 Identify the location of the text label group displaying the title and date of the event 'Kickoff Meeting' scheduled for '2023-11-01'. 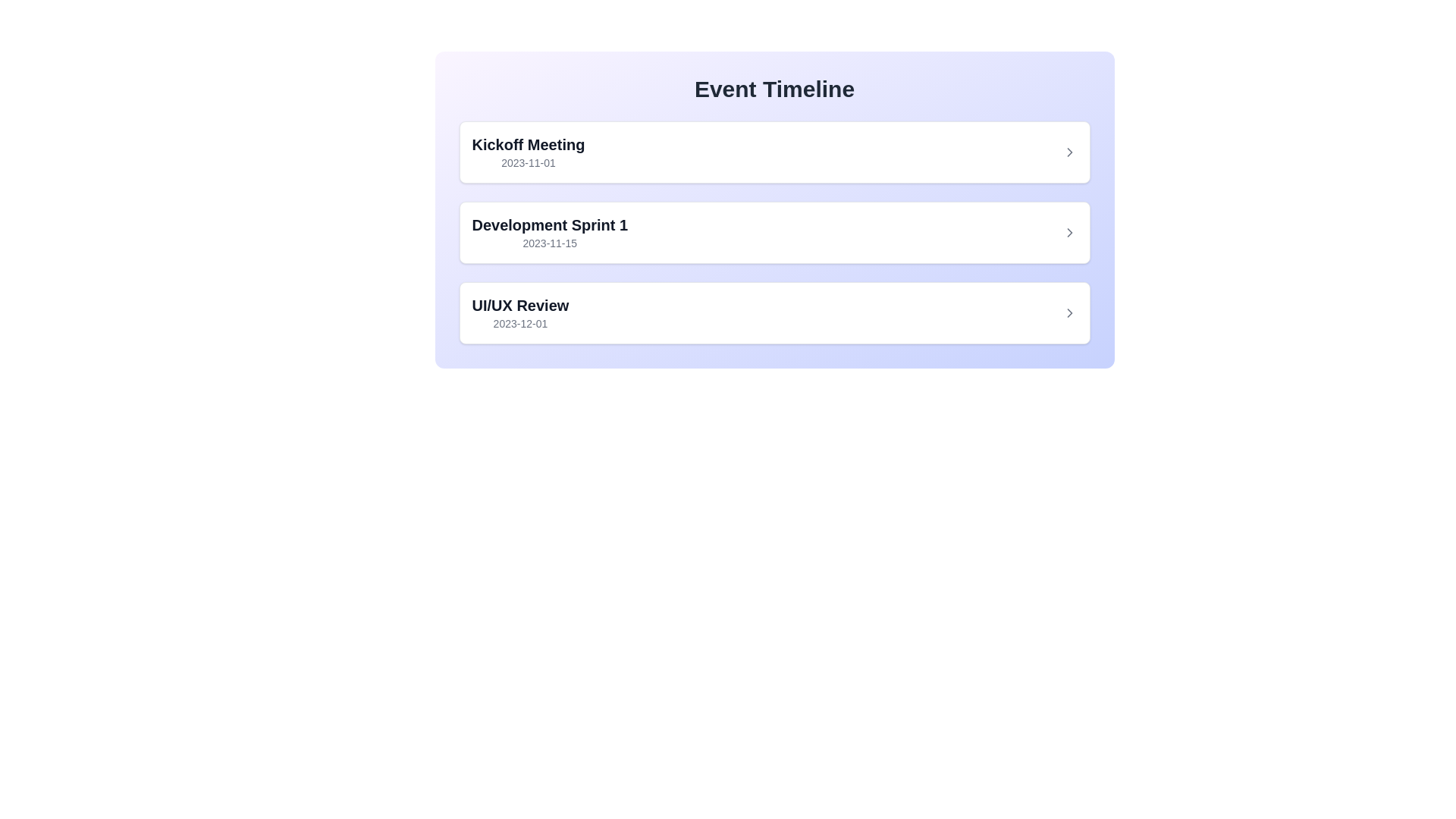
(528, 152).